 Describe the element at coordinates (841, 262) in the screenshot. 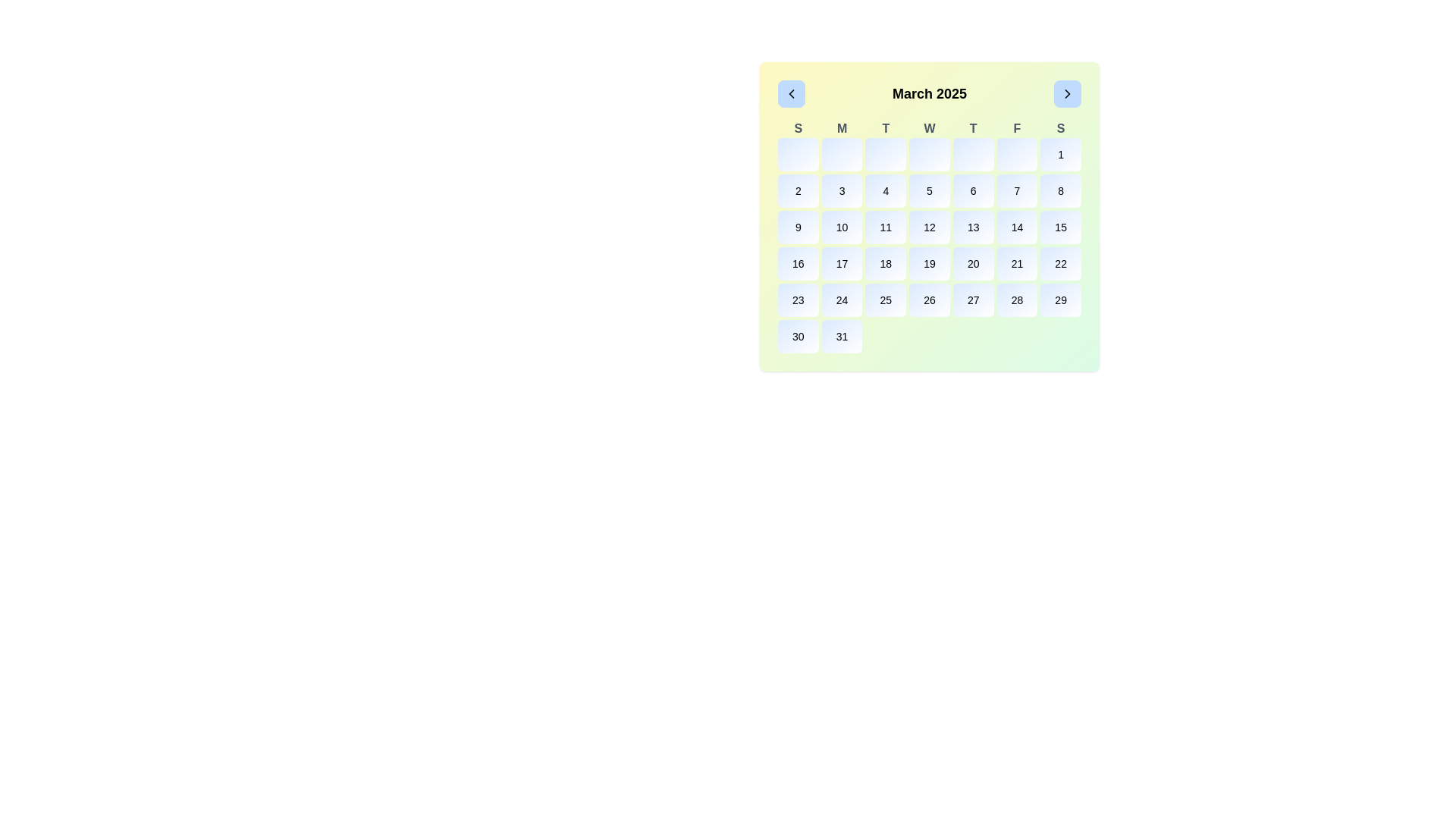

I see `the button representing the date '17' in the calendar view` at that location.